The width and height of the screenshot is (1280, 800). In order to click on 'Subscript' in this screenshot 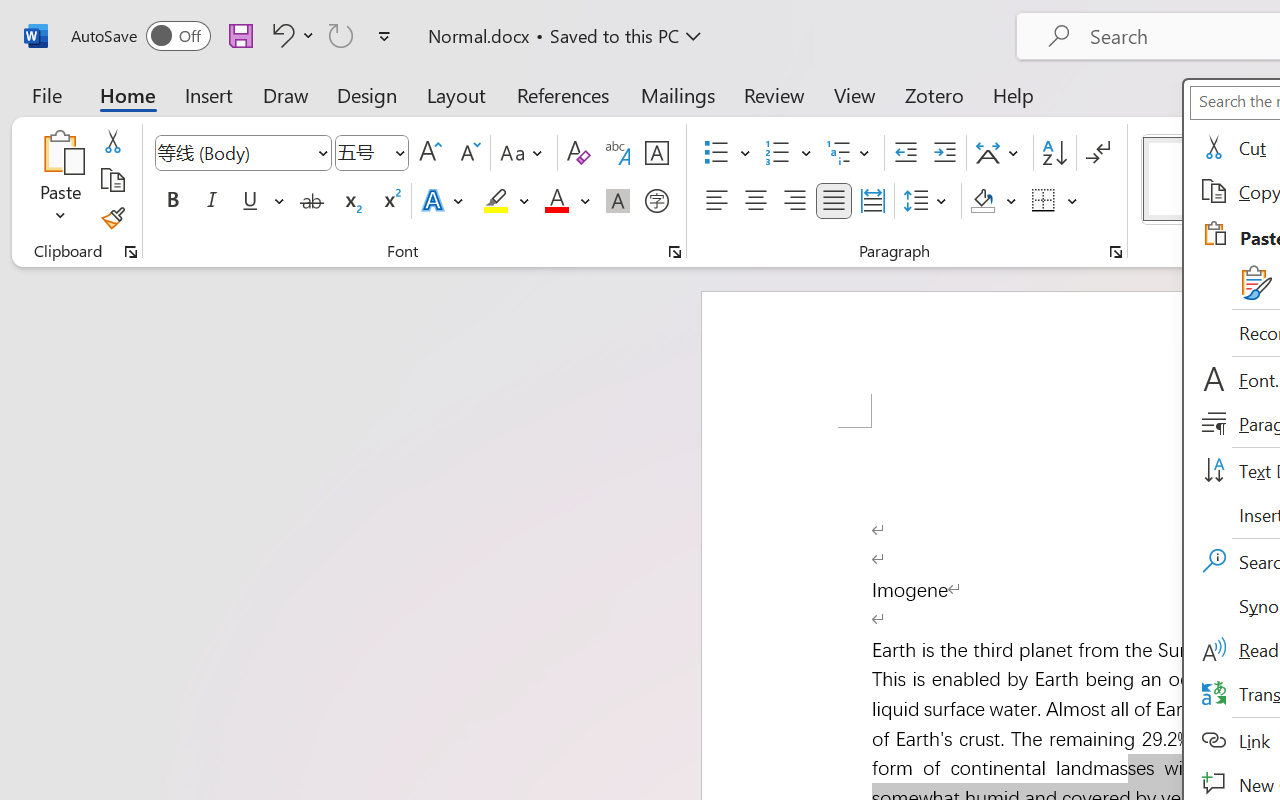, I will do `click(350, 201)`.